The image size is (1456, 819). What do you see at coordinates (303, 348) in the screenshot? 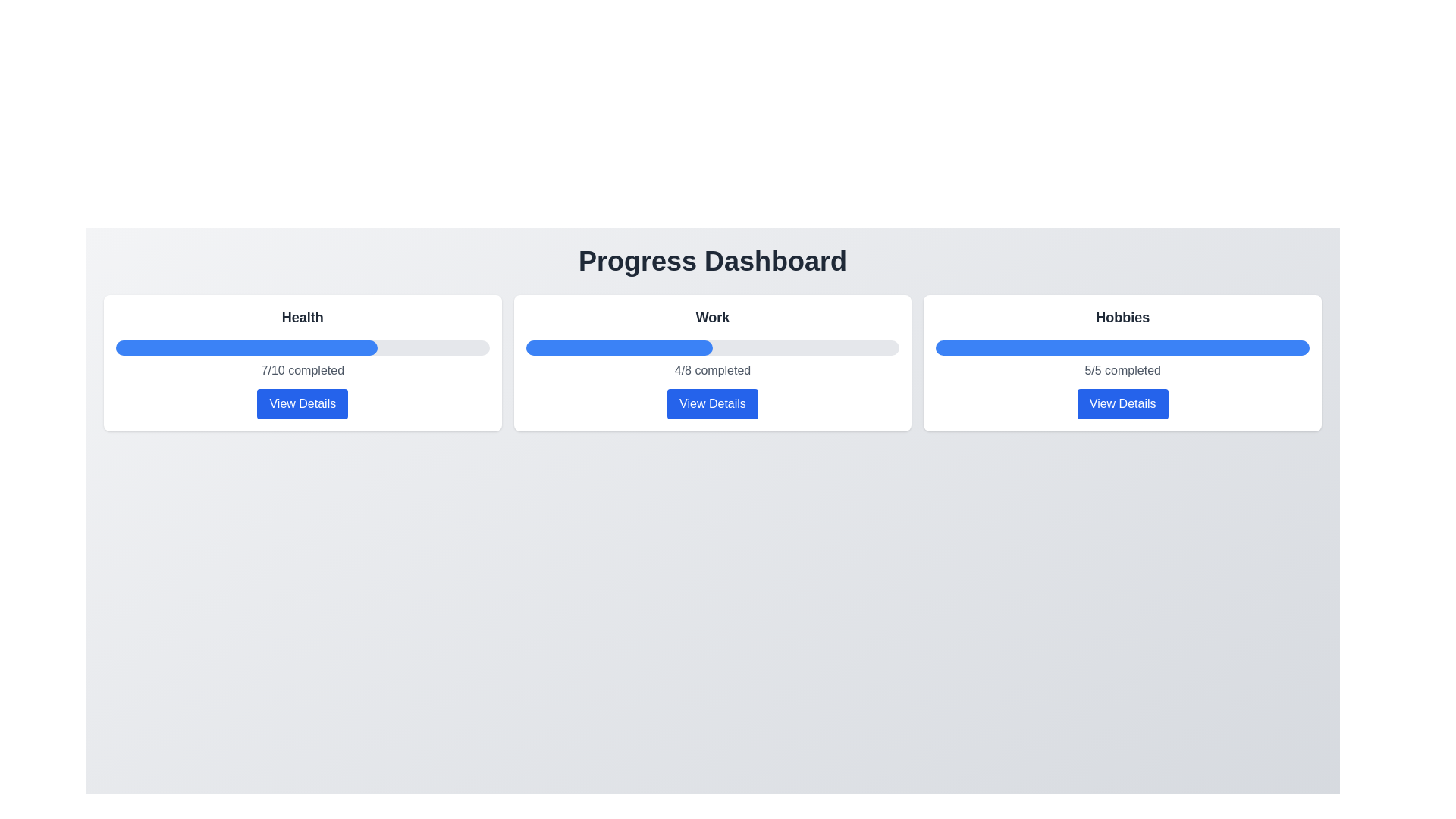
I see `the progress bar indicating 70% completion of the 'Health' task, located within the 'Health' card` at bounding box center [303, 348].